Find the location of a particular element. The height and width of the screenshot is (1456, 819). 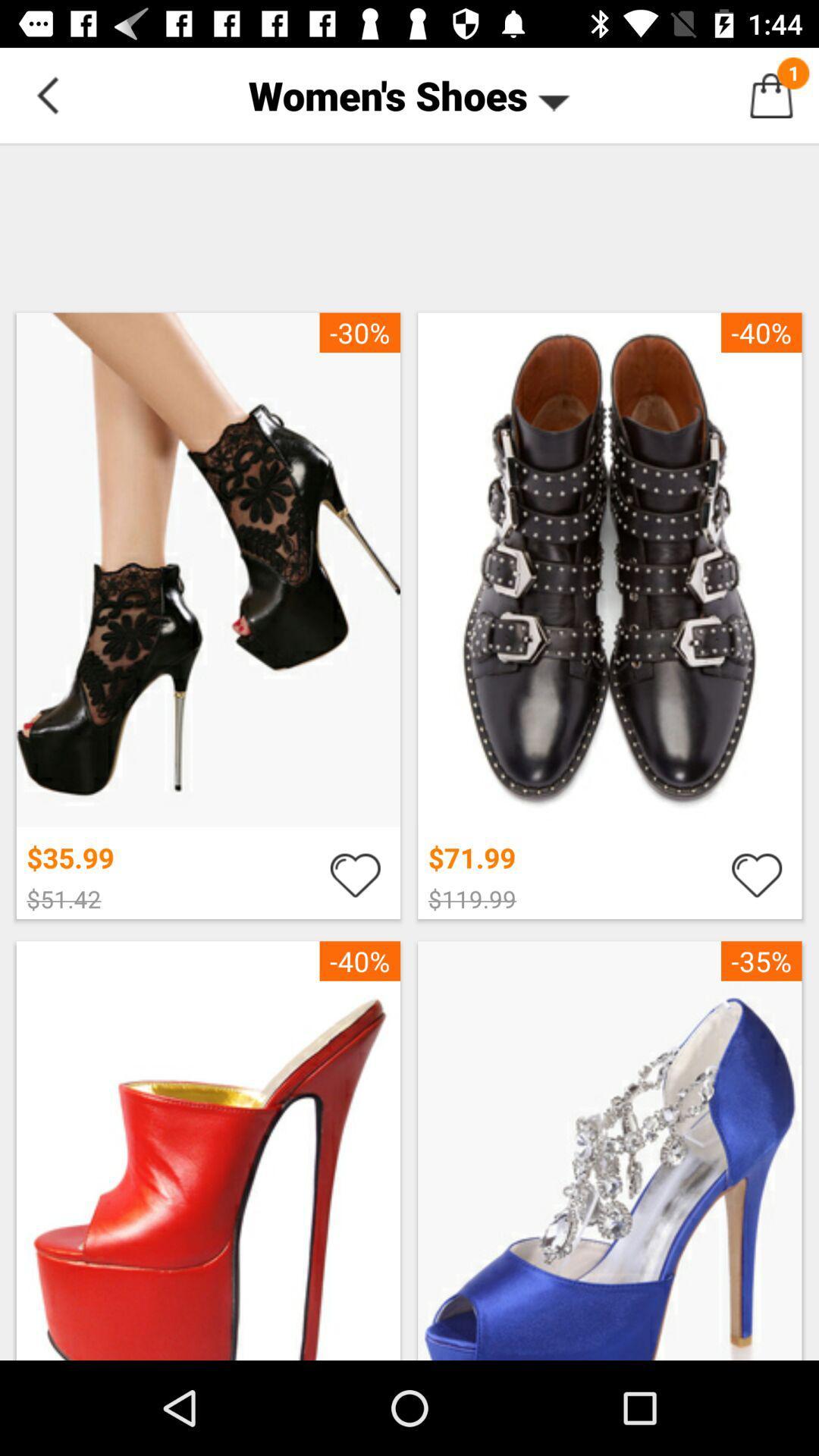

third option is located at coordinates (208, 1147).